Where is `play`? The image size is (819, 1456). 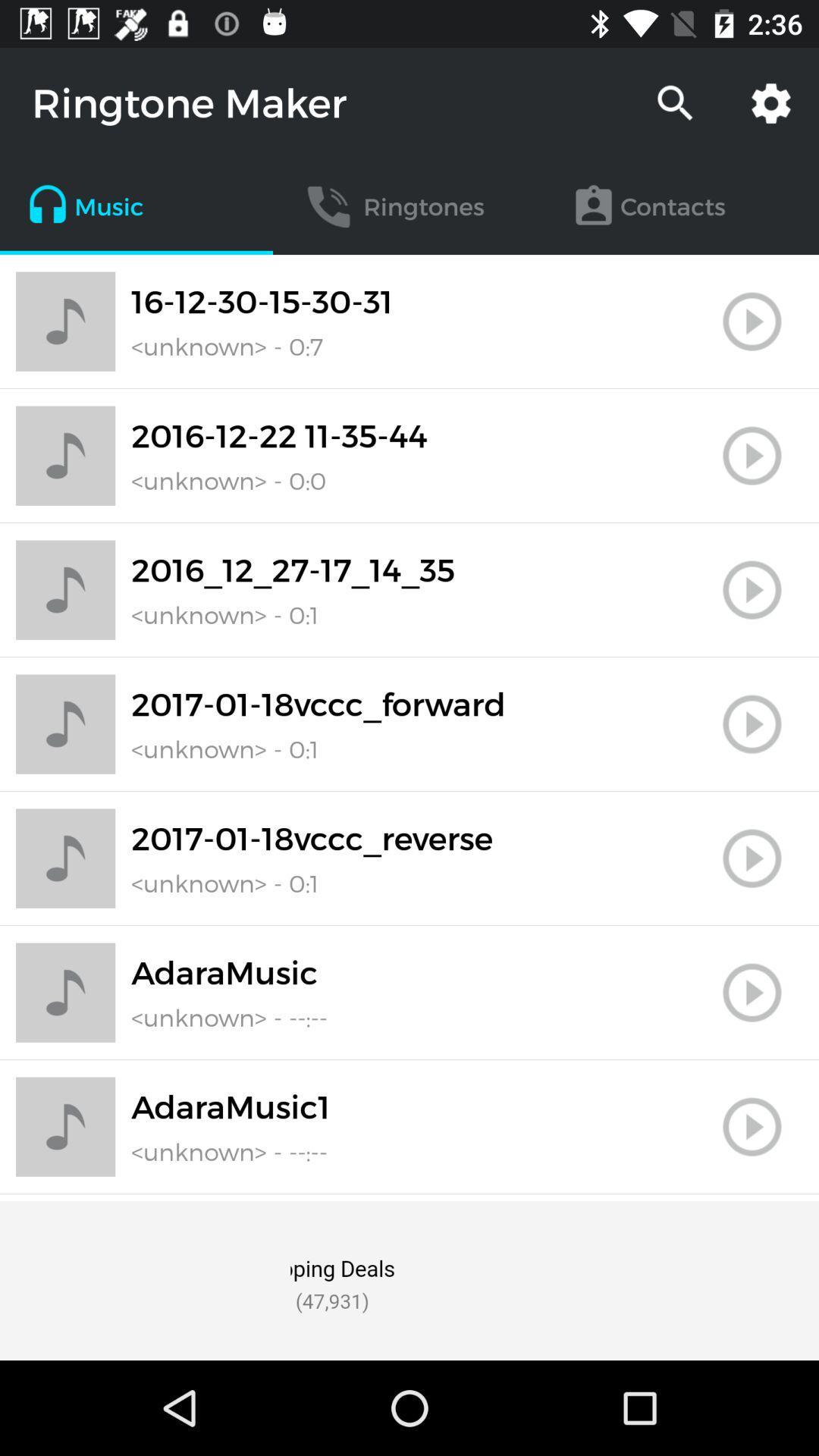
play is located at coordinates (752, 723).